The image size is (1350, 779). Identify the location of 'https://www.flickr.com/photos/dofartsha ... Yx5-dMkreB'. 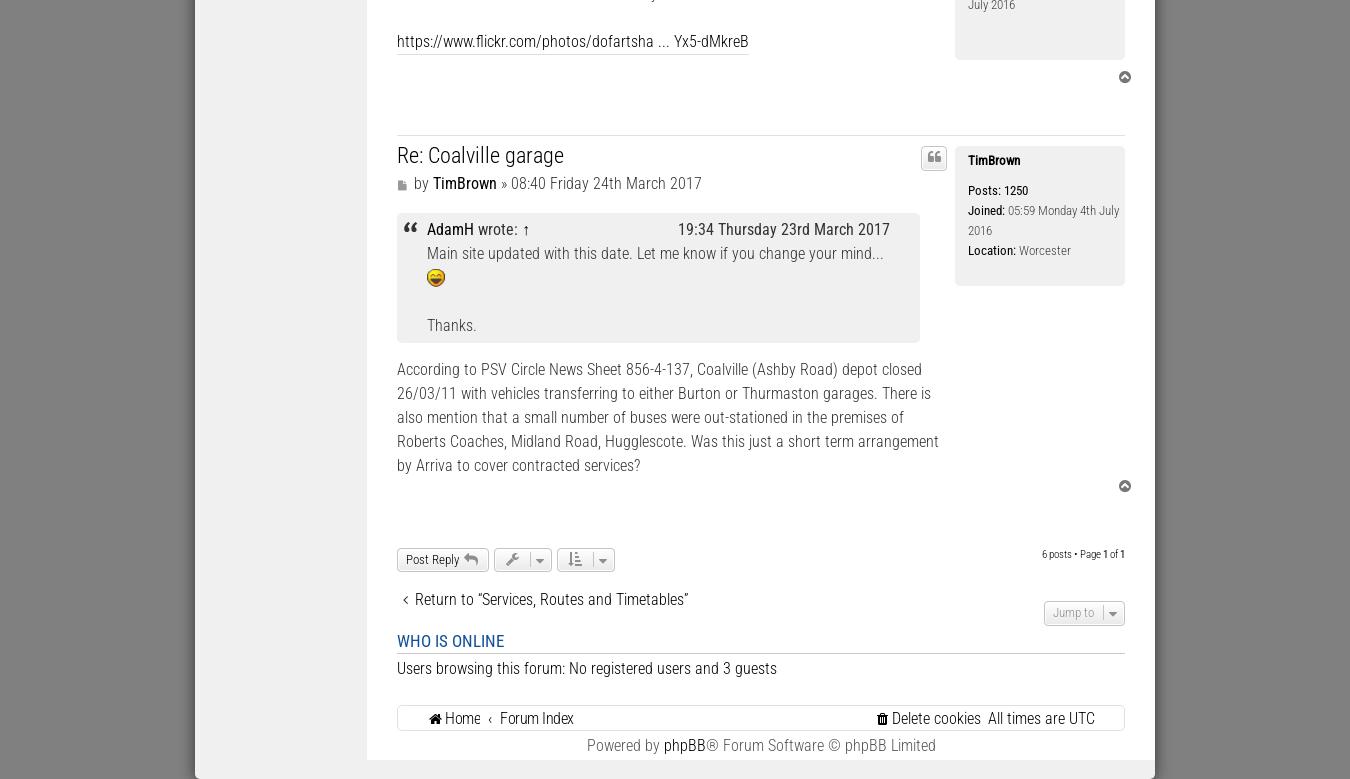
(572, 41).